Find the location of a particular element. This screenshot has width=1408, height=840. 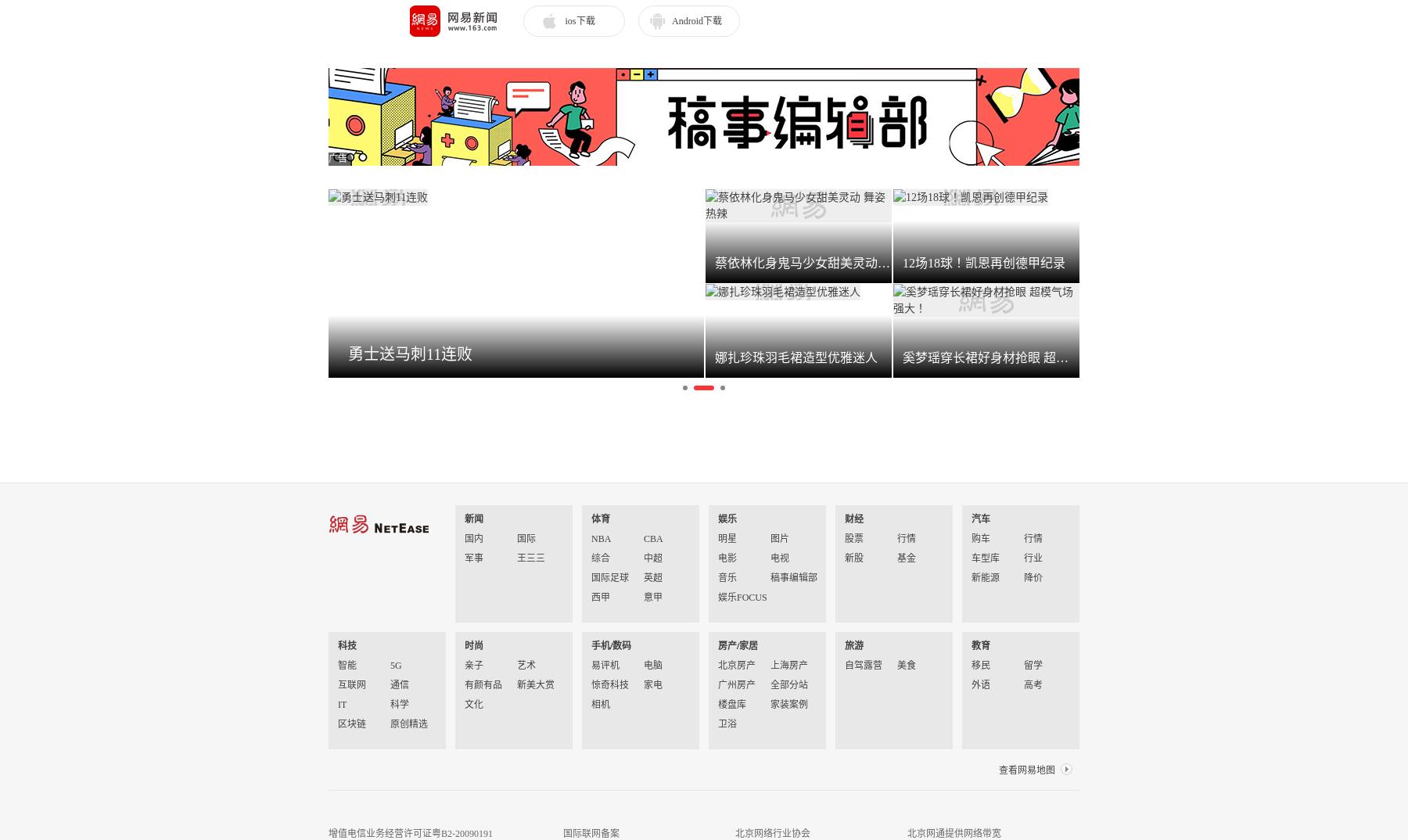

'网易公布2023年第二季度财报' is located at coordinates (664, 371).